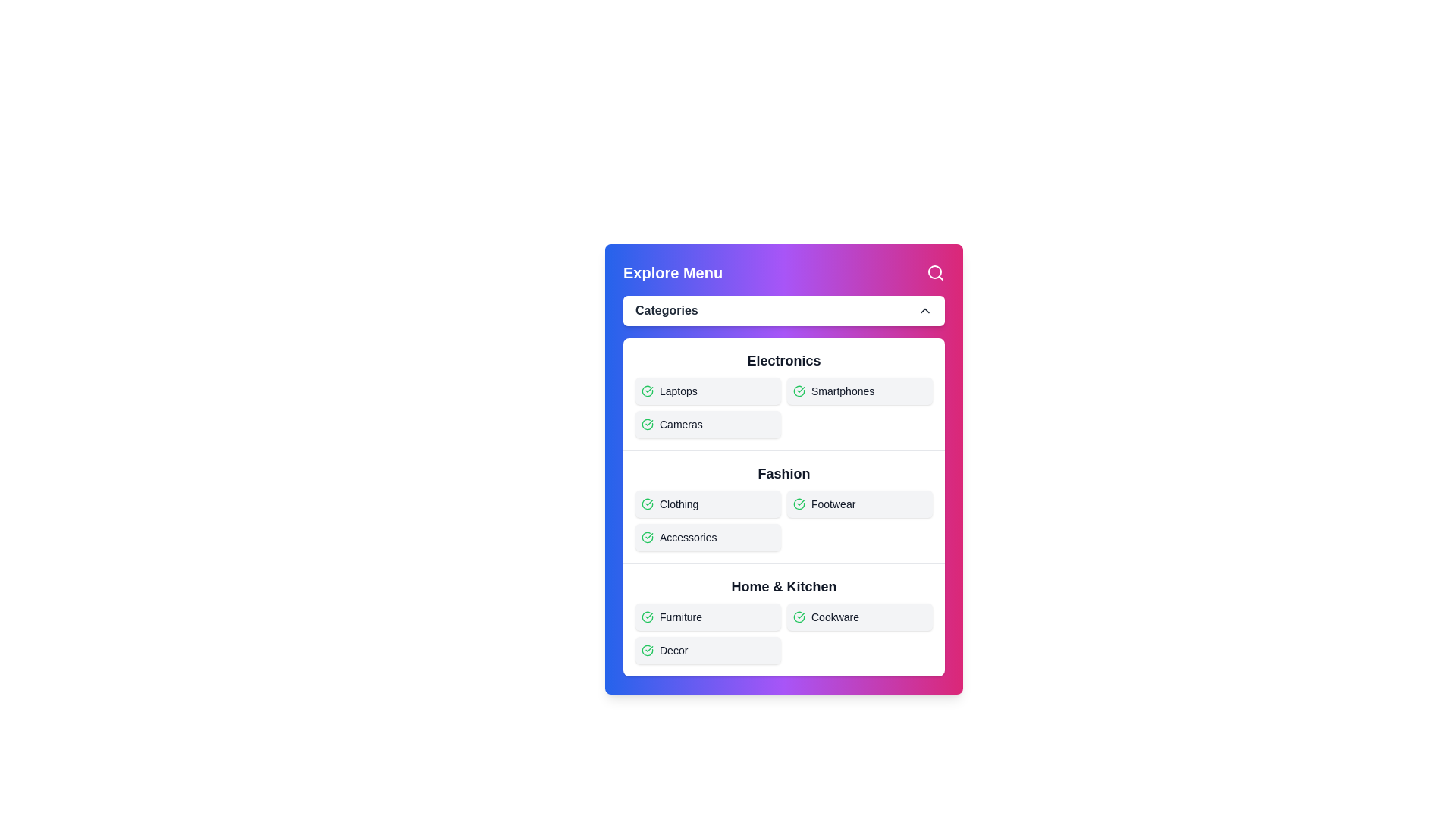 Image resolution: width=1456 pixels, height=819 pixels. What do you see at coordinates (934, 271) in the screenshot?
I see `the Search Icon button located at the top-right corner of the Explore Menu section to initiate a search` at bounding box center [934, 271].